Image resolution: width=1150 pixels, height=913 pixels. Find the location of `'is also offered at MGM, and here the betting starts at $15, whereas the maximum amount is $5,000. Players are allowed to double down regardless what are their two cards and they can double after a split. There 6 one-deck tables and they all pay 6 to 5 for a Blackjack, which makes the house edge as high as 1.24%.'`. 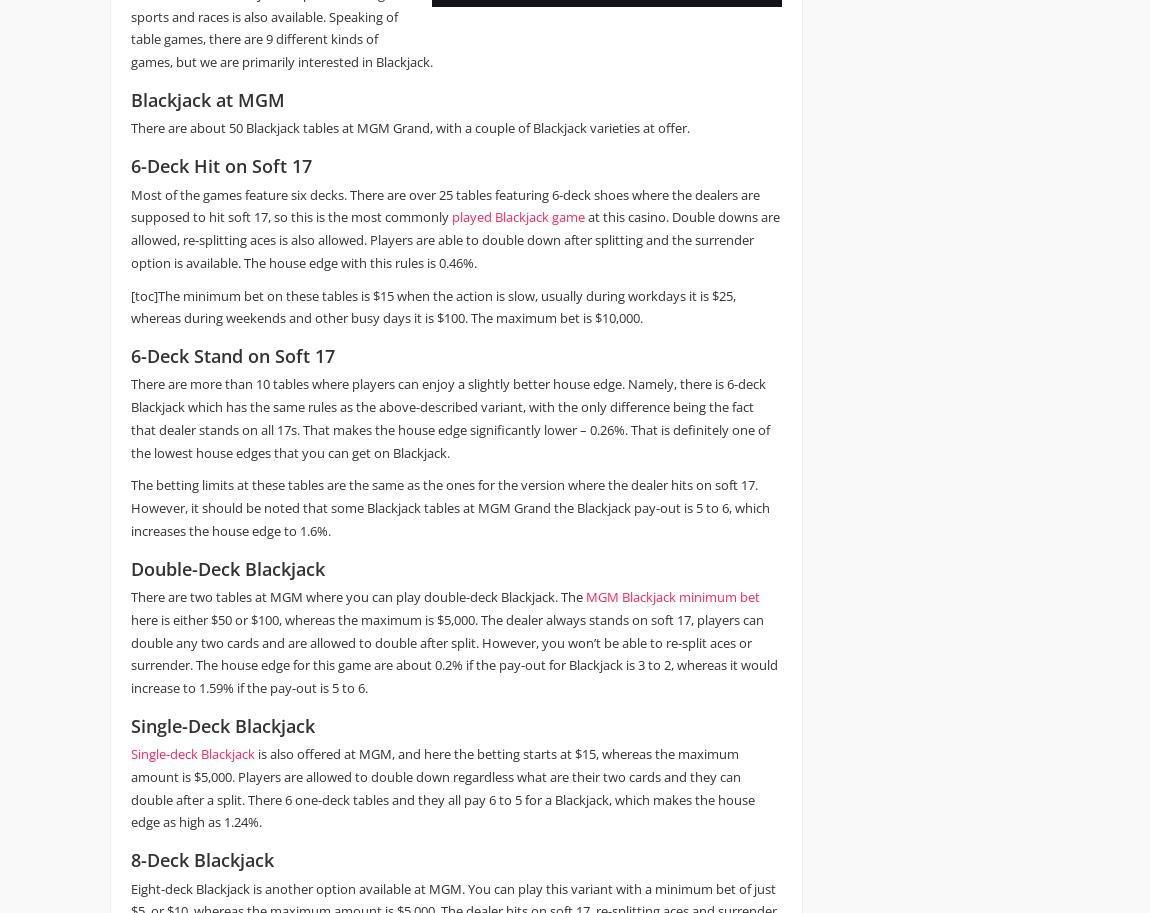

'is also offered at MGM, and here the betting starts at $15, whereas the maximum amount is $5,000. Players are allowed to double down regardless what are their two cards and they can double after a split. There 6 one-deck tables and they all pay 6 to 5 for a Blackjack, which makes the house edge as high as 1.24%.' is located at coordinates (442, 788).